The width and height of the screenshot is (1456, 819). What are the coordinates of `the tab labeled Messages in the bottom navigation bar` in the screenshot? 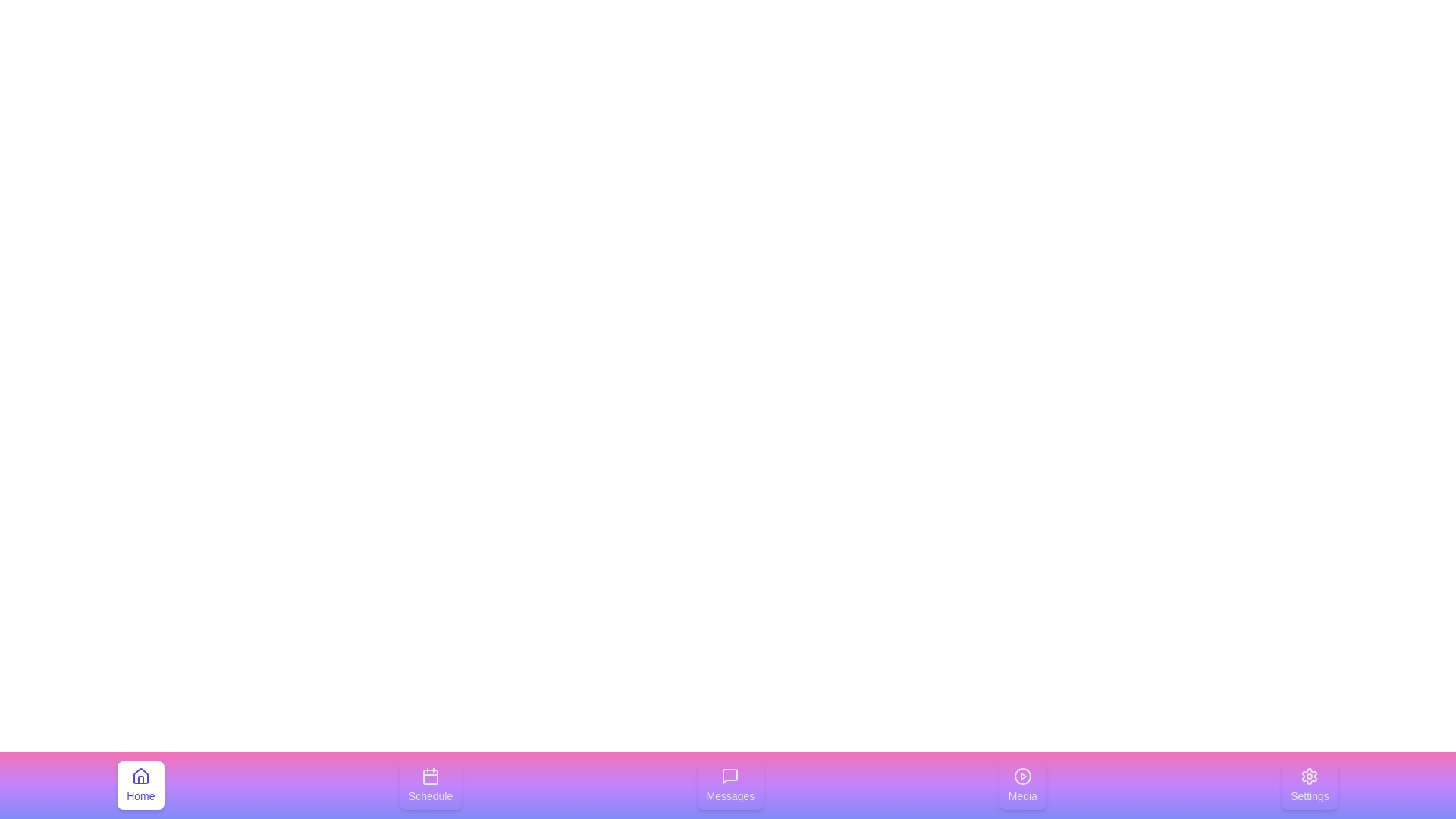 It's located at (730, 785).